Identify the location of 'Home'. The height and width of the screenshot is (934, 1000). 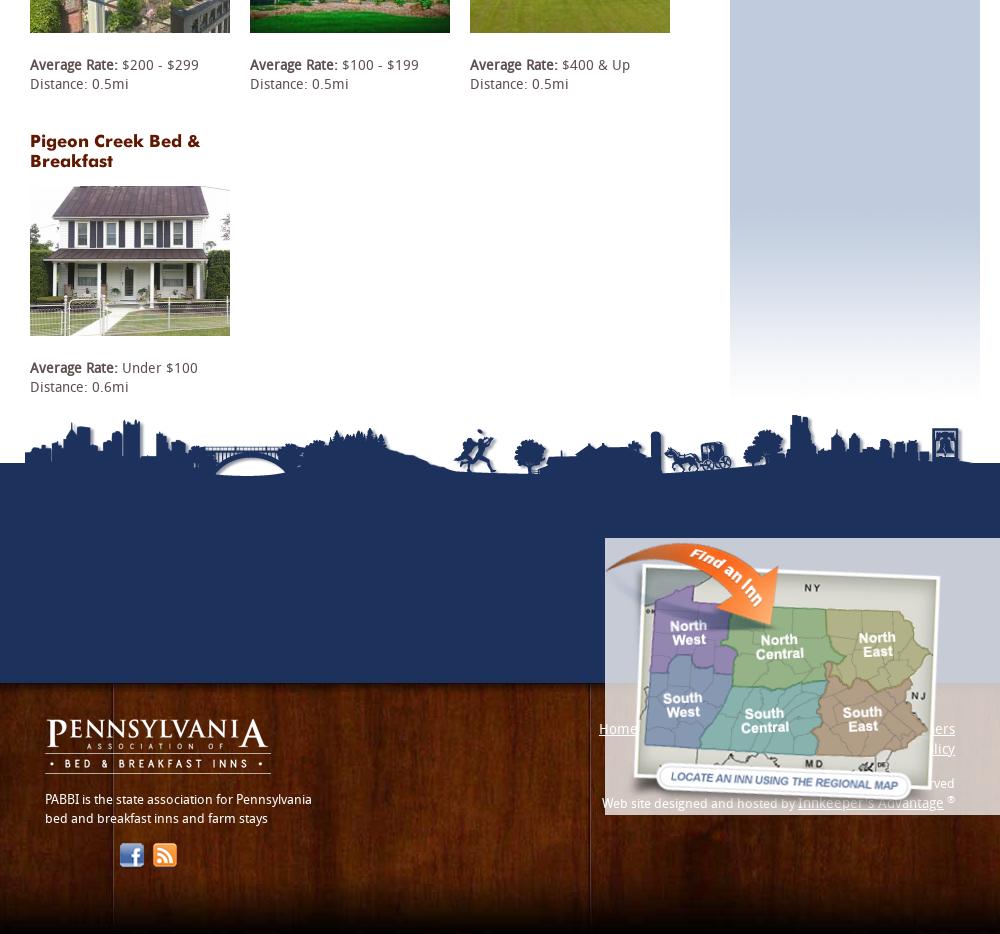
(617, 727).